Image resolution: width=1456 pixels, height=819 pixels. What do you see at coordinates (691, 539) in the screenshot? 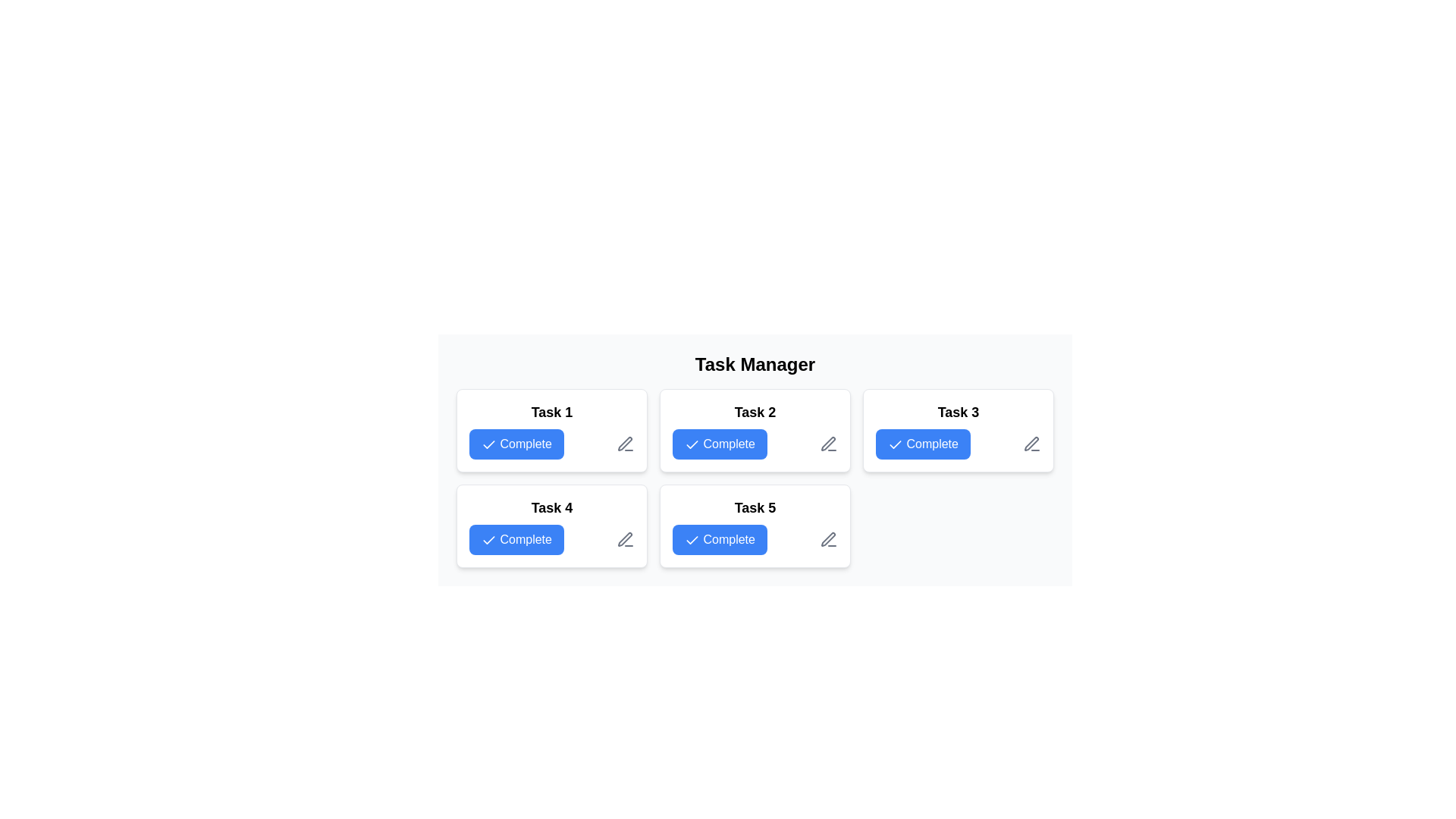
I see `the checkmark icon within the 'Complete' button for 'Task 5' located in the second row, middle column under the 'Task Manager' header` at bounding box center [691, 539].